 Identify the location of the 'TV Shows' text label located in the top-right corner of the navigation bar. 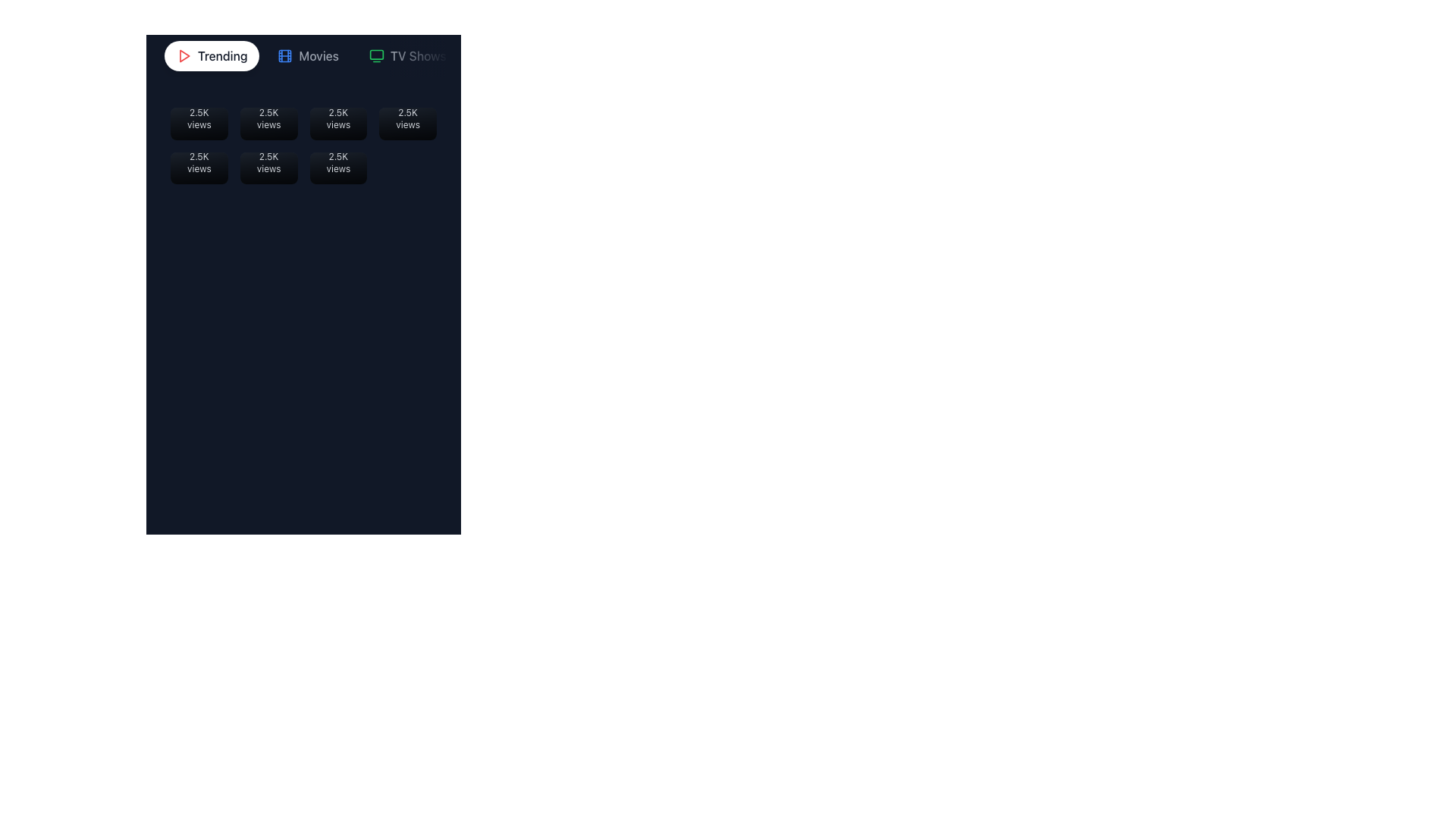
(418, 55).